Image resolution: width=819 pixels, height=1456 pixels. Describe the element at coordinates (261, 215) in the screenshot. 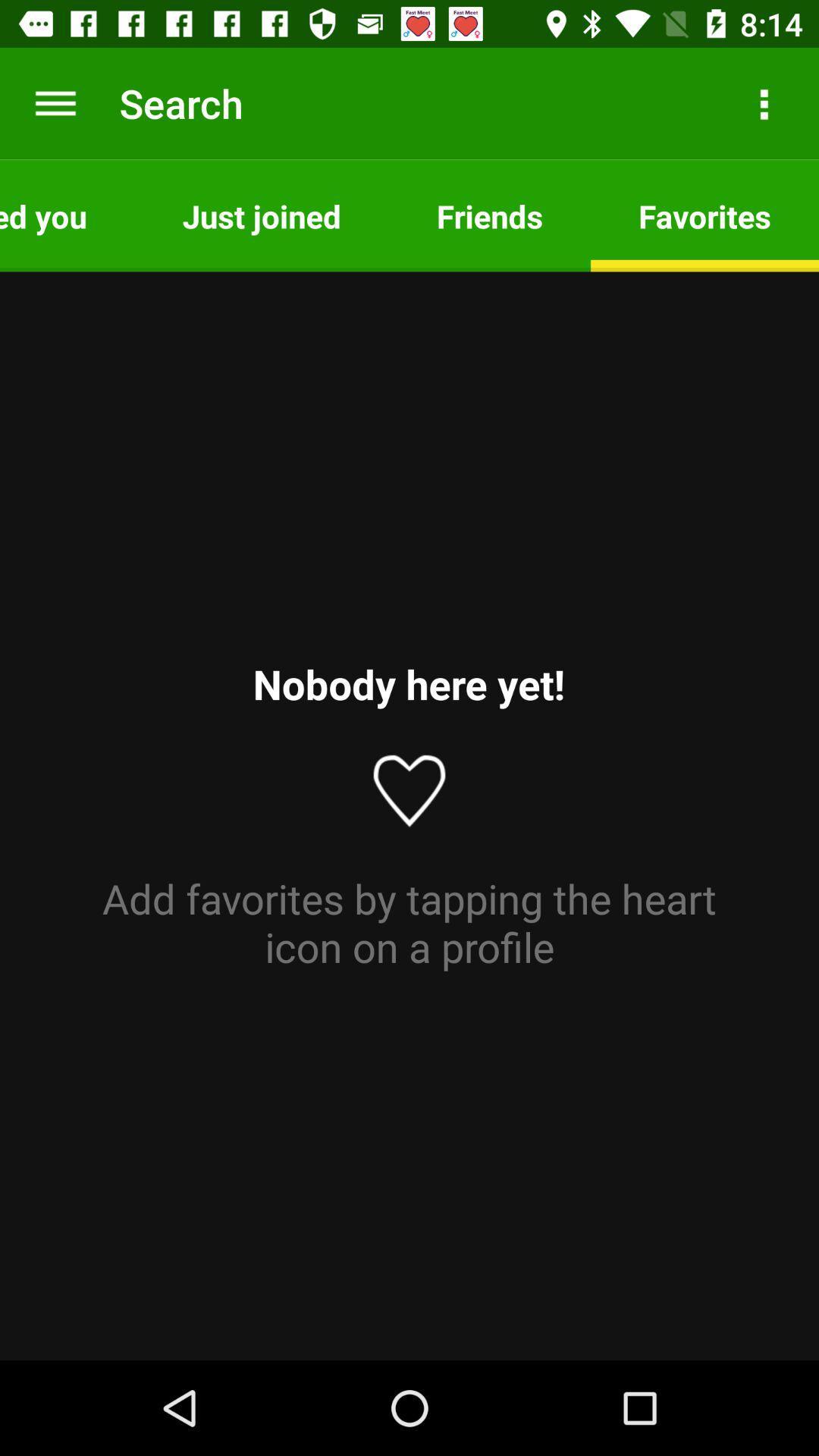

I see `the app next to the friends` at that location.